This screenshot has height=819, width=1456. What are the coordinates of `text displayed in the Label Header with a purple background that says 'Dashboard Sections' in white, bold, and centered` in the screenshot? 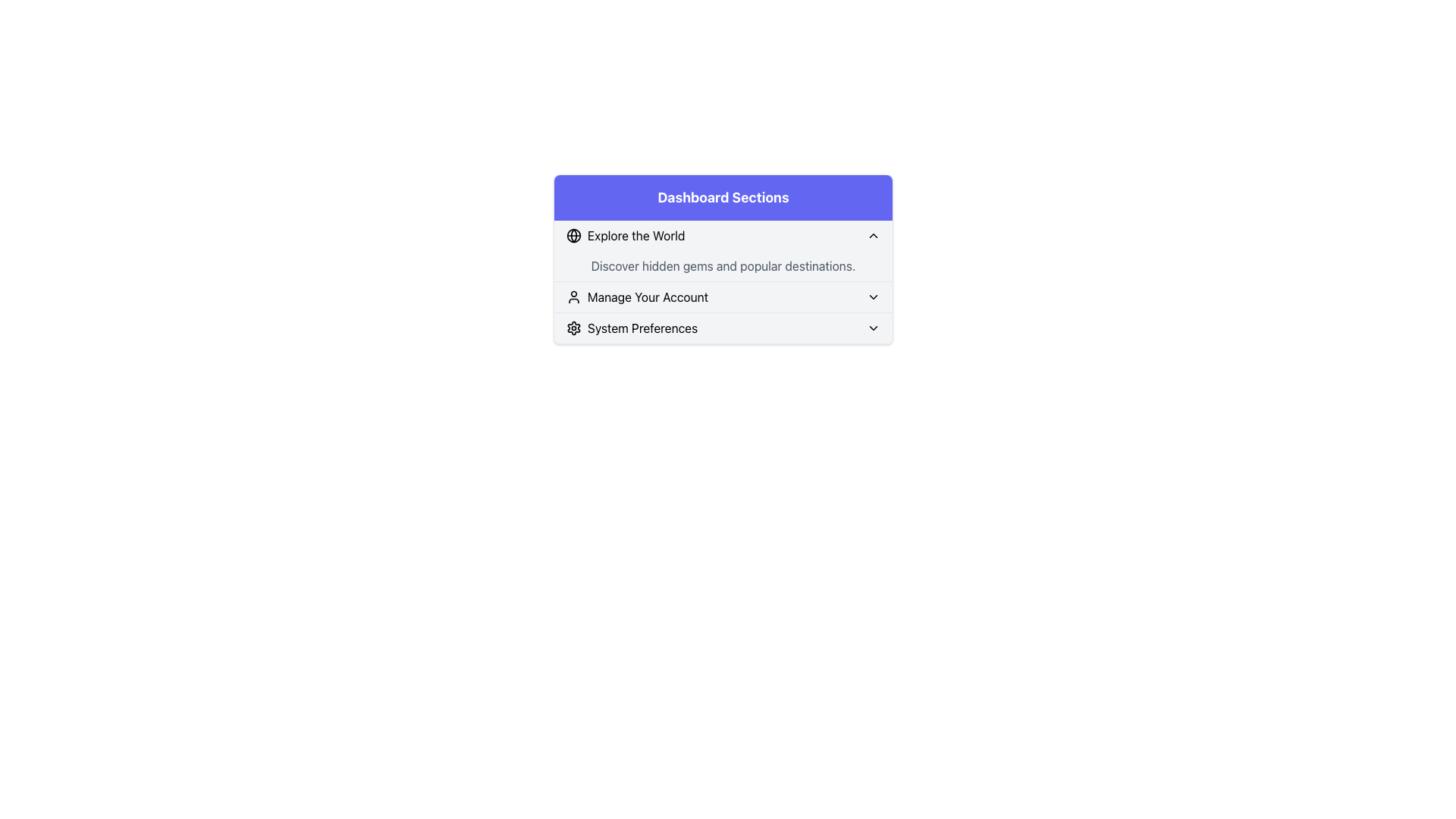 It's located at (723, 197).